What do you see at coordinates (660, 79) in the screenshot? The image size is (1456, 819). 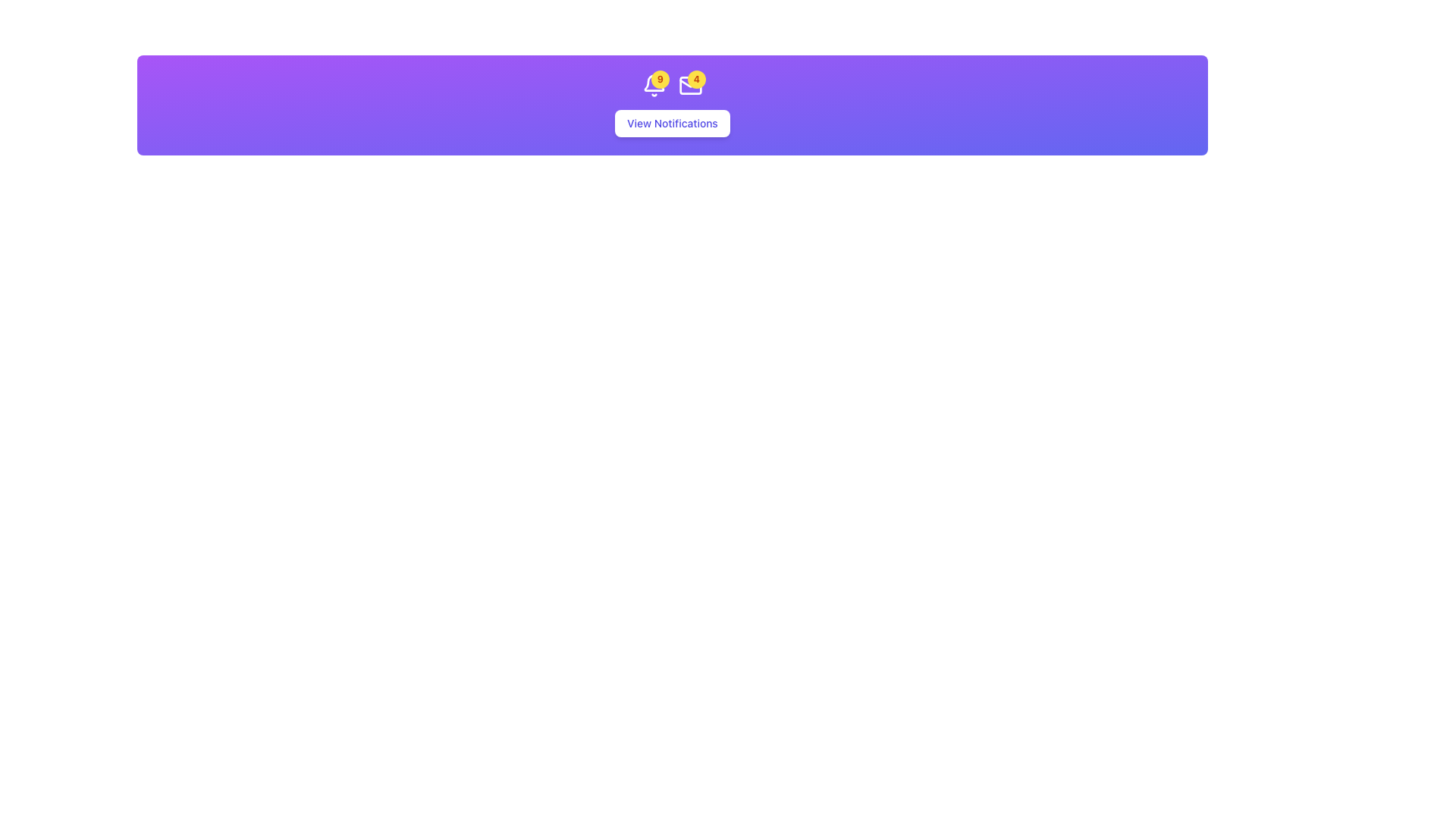 I see `the Notification badge that displays the count of unseen notifications, located near the top-right corner of the bell icon in the header area` at bounding box center [660, 79].